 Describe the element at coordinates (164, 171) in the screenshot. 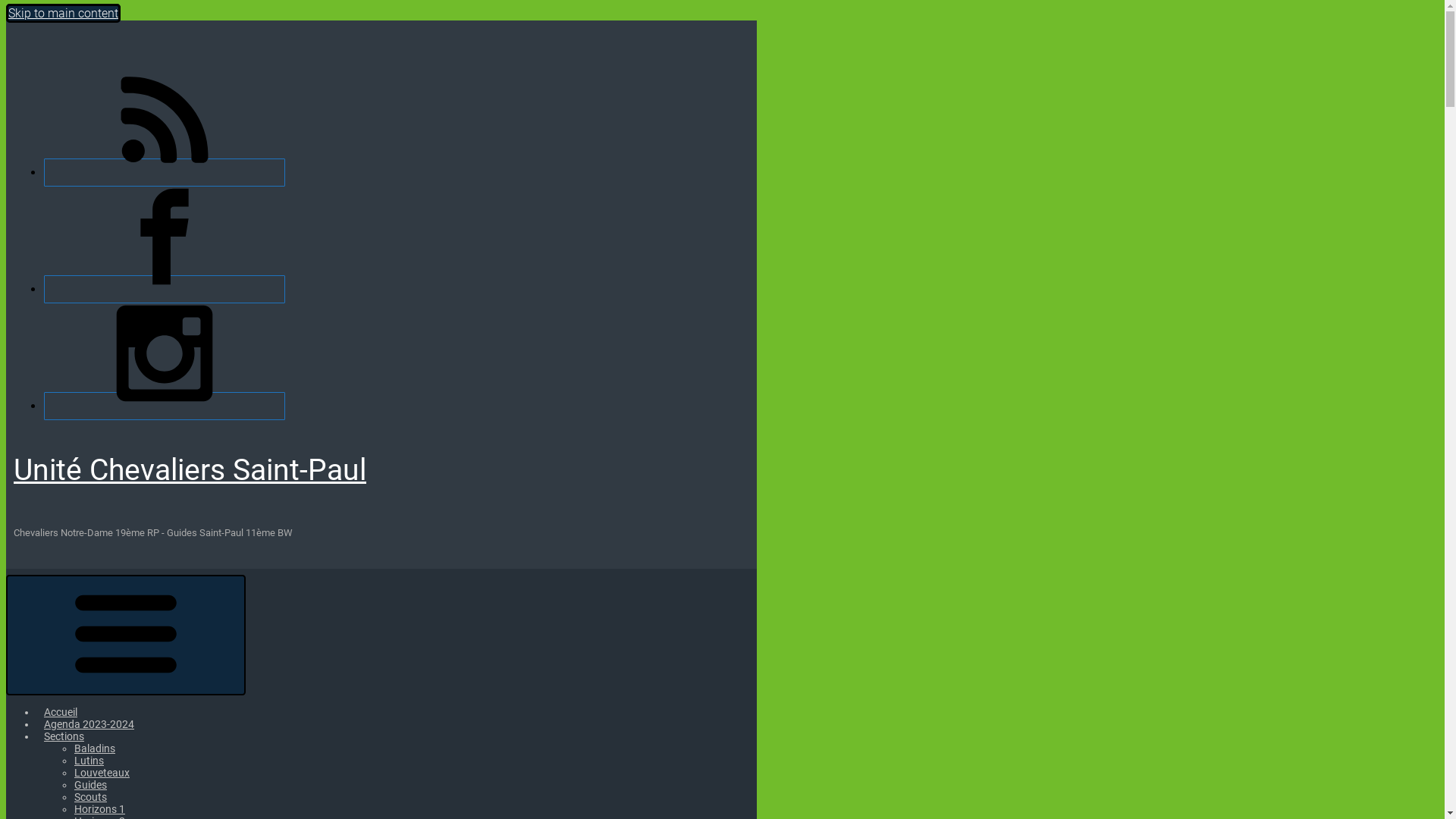

I see `'RSS Feed'` at that location.